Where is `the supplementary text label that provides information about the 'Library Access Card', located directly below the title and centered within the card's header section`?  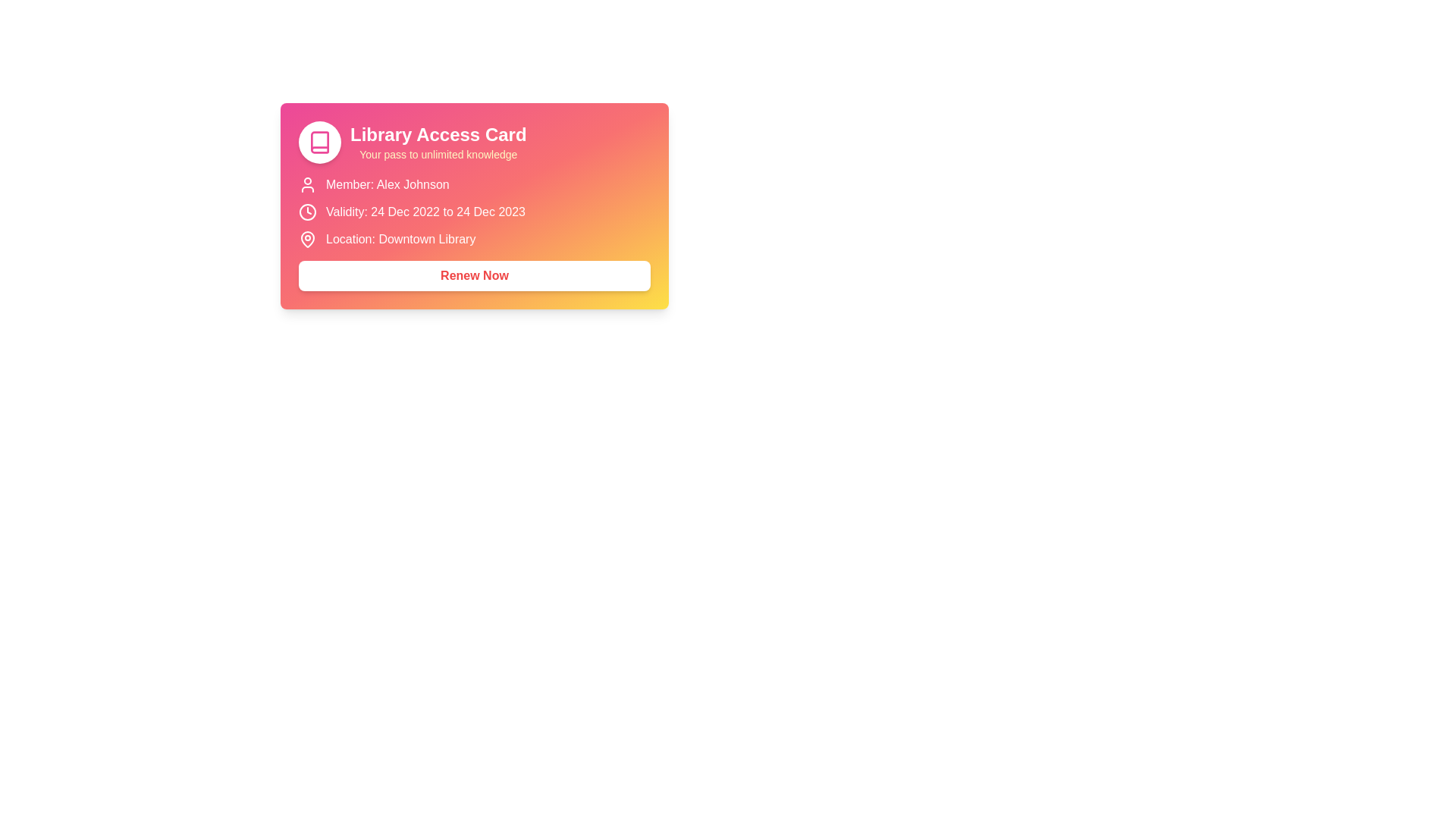 the supplementary text label that provides information about the 'Library Access Card', located directly below the title and centered within the card's header section is located at coordinates (438, 155).